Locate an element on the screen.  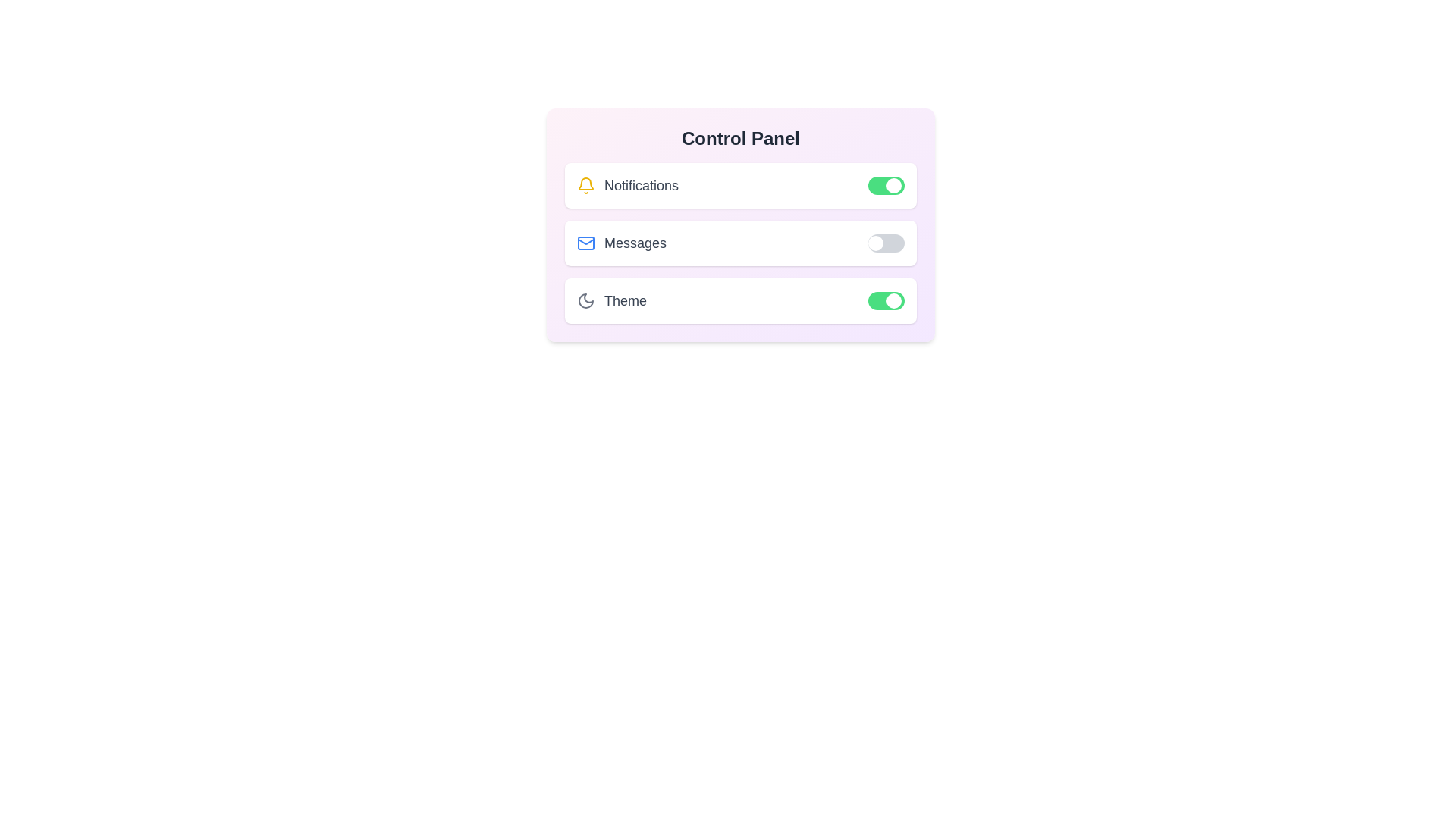
the 'Messages' feature label, which is a text label situated to the right of an envelope icon and to the left of a toggle switch in the middle section of the control panel interface is located at coordinates (635, 242).